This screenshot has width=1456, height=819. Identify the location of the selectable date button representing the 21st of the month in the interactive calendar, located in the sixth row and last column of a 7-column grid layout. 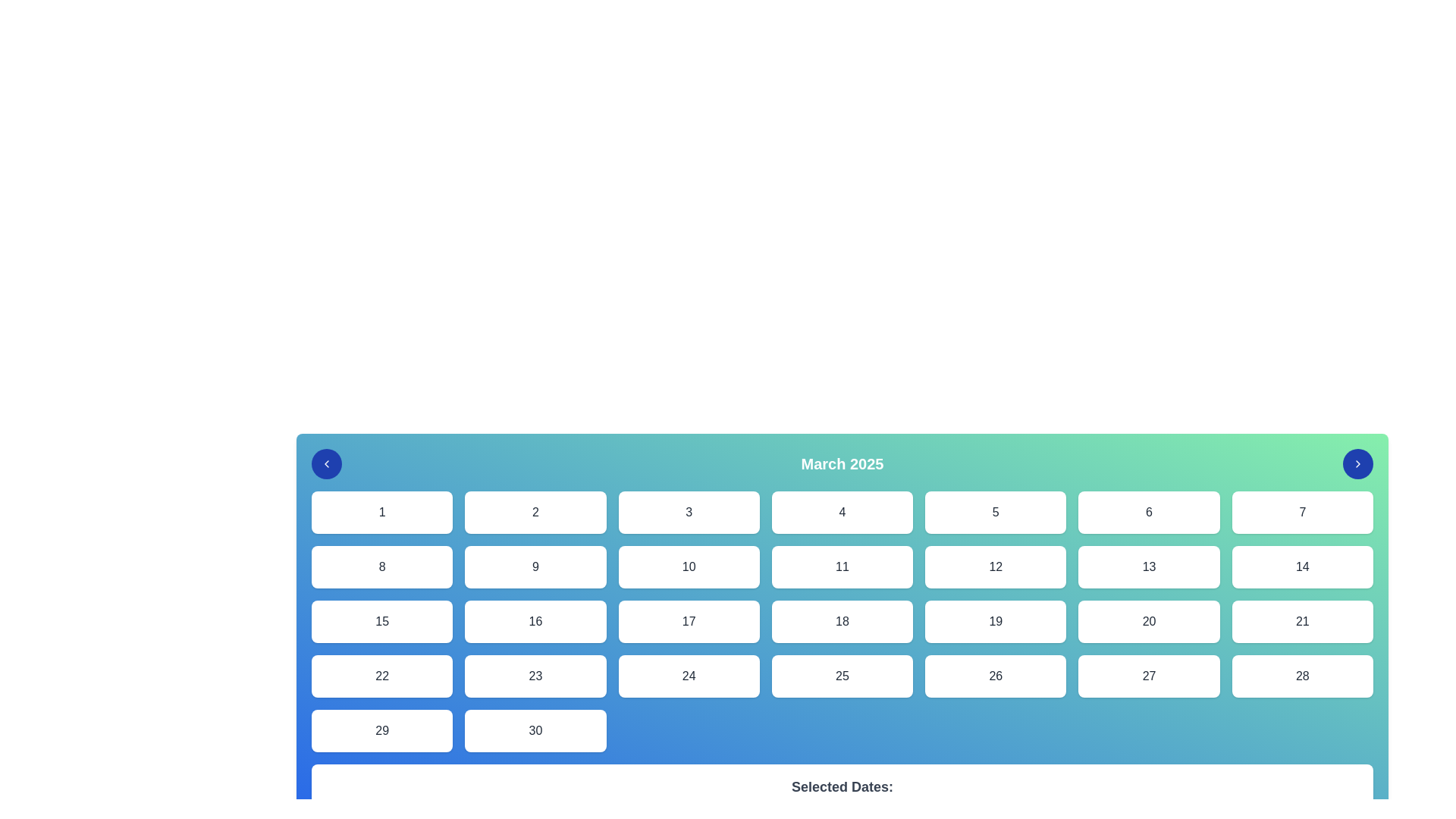
(1301, 622).